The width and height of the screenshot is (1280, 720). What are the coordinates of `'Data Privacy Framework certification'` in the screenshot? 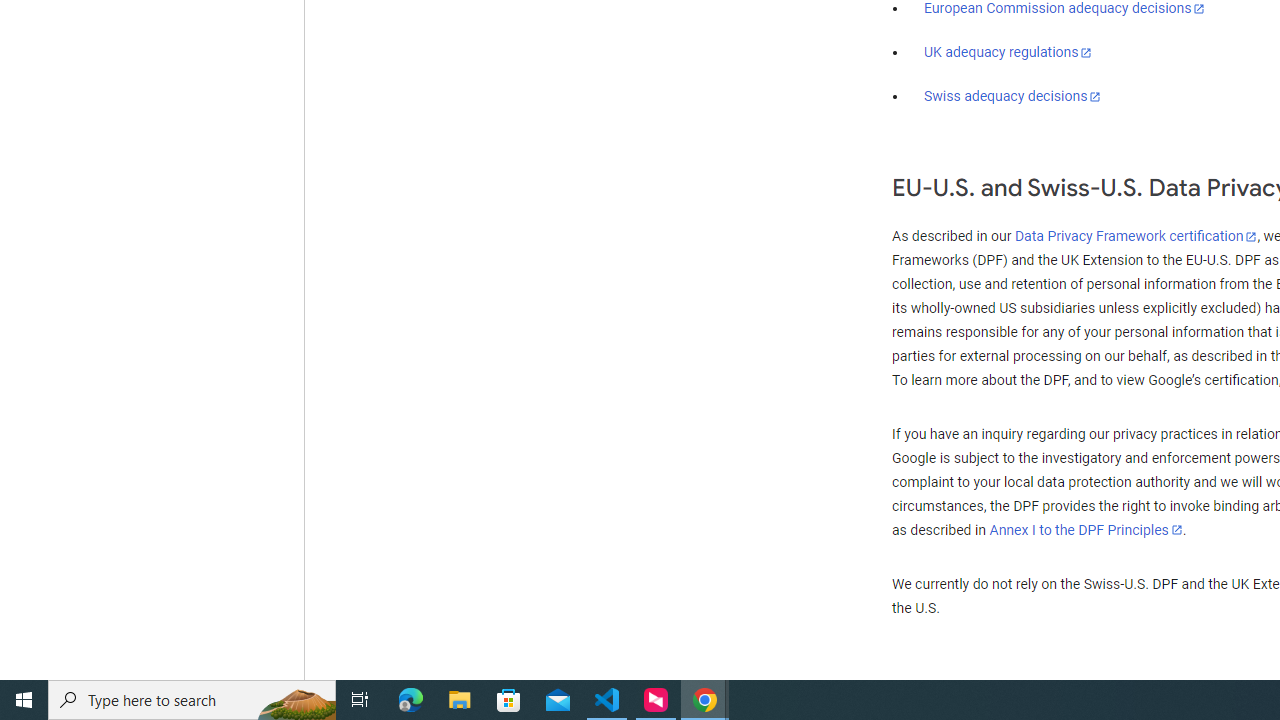 It's located at (1136, 236).